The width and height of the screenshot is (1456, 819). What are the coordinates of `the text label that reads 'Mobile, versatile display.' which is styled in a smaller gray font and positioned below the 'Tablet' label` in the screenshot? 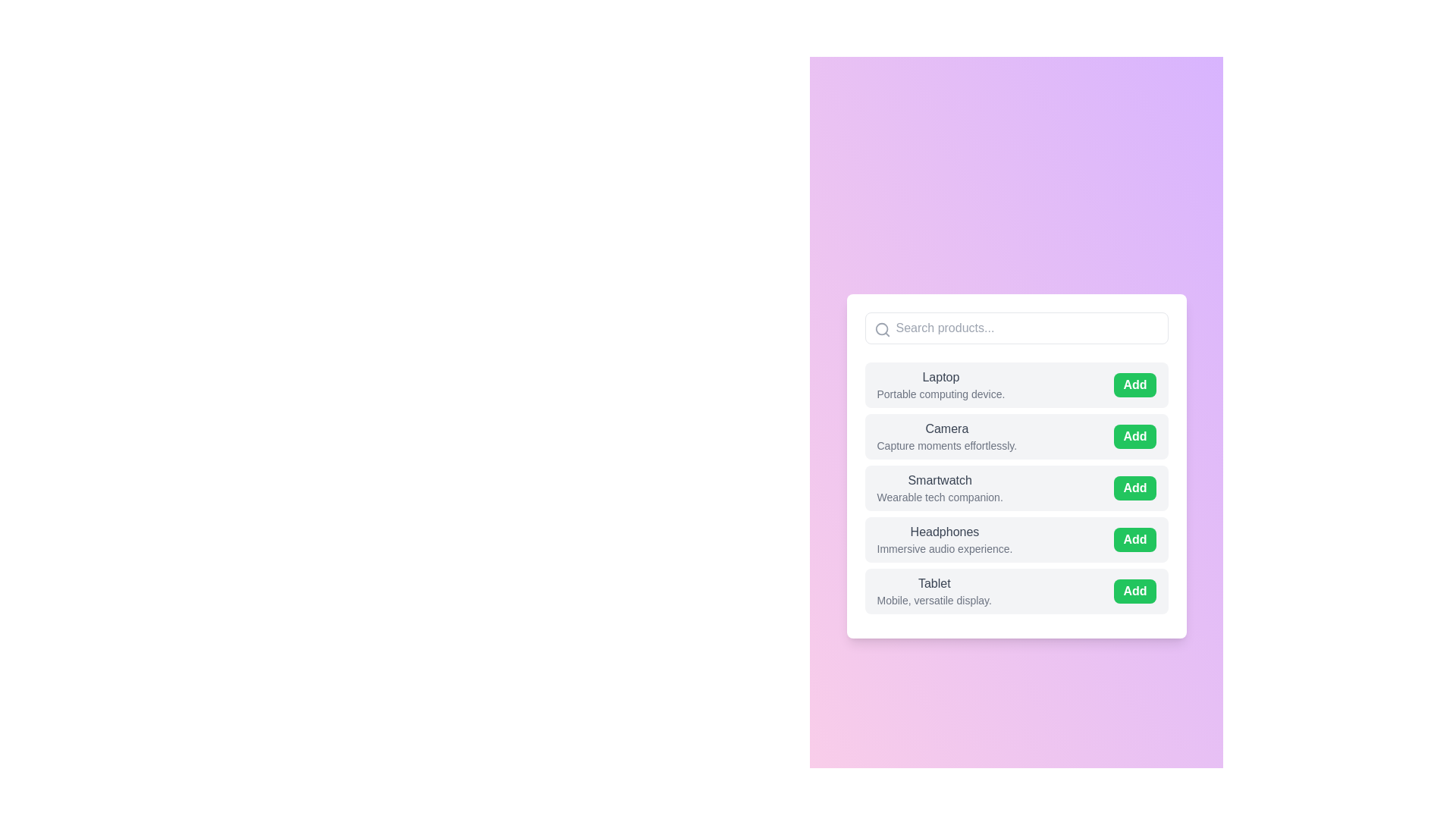 It's located at (934, 599).